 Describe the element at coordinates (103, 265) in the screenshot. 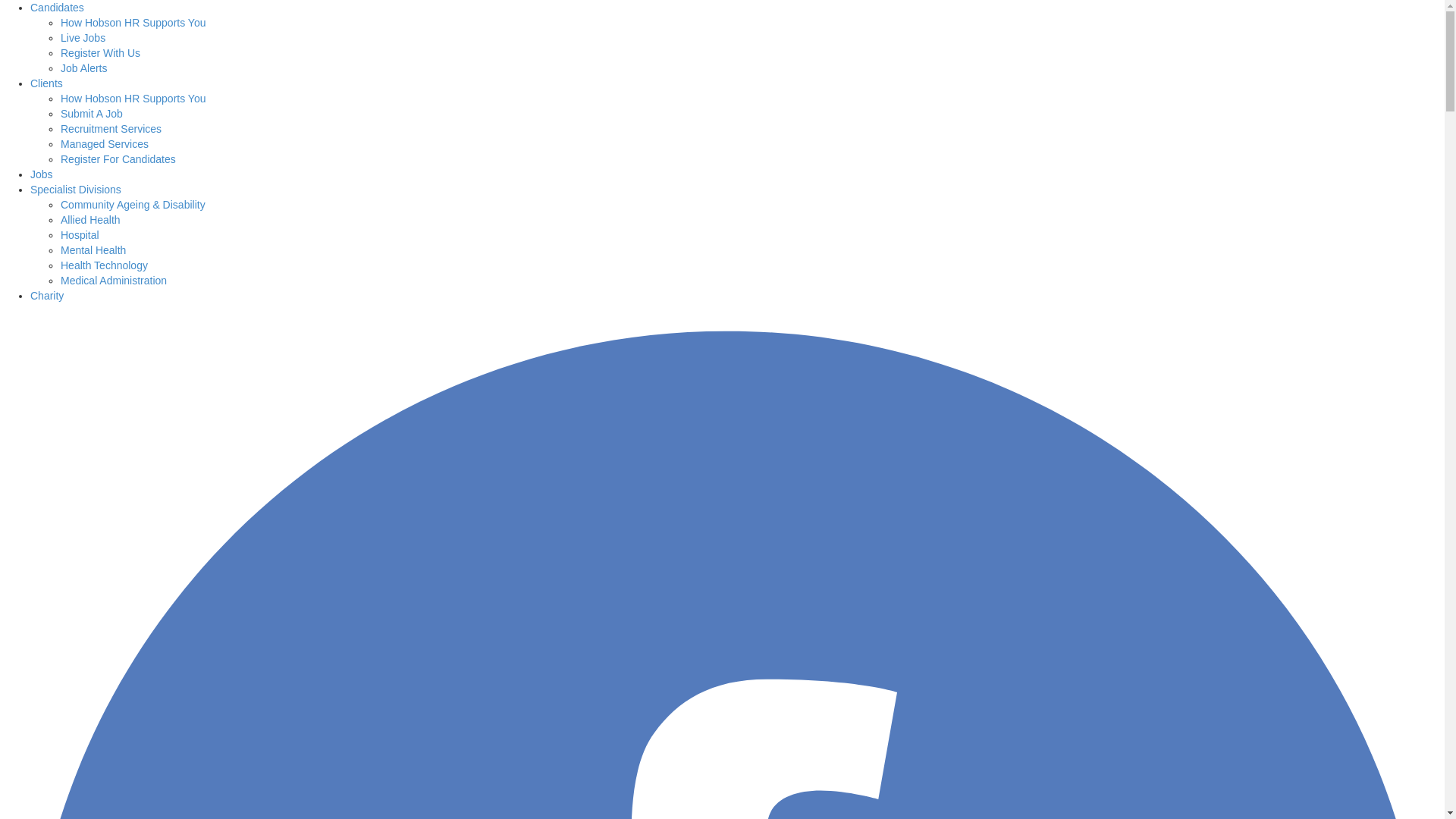

I see `'Health Technology'` at that location.